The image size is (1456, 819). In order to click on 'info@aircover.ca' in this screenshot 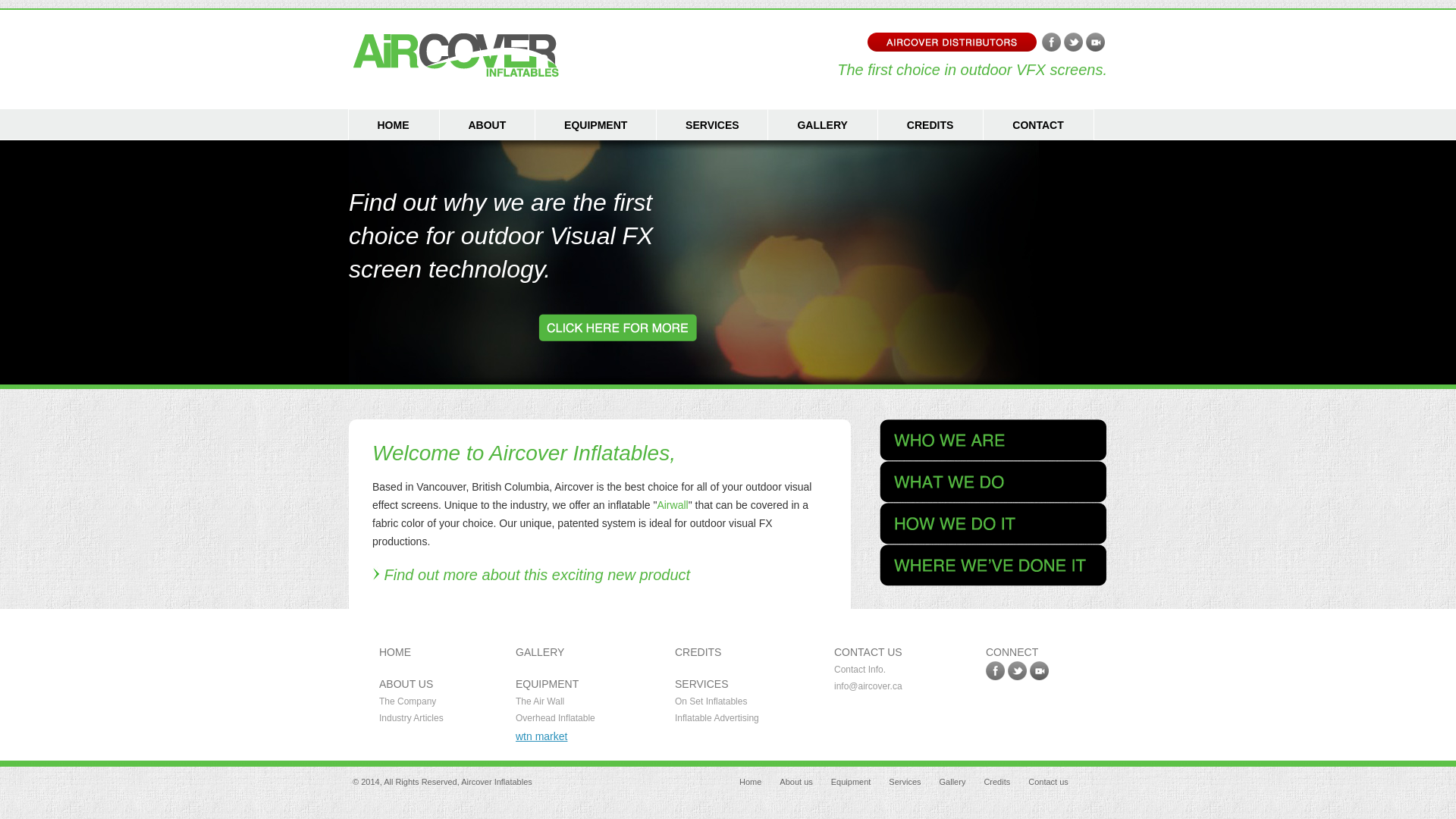, I will do `click(868, 686)`.